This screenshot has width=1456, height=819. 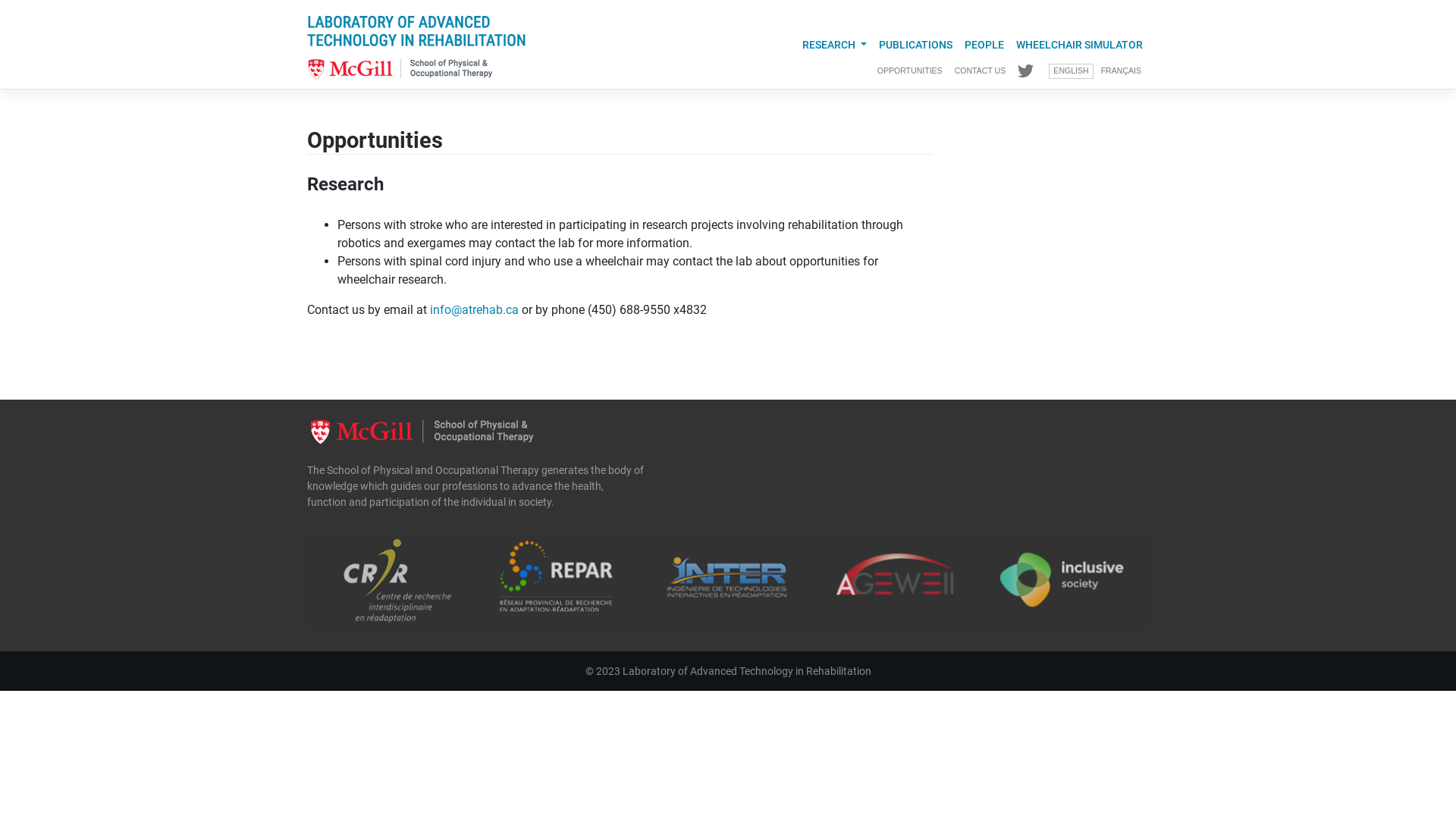 I want to click on 'RESEARCH', so click(x=833, y=44).